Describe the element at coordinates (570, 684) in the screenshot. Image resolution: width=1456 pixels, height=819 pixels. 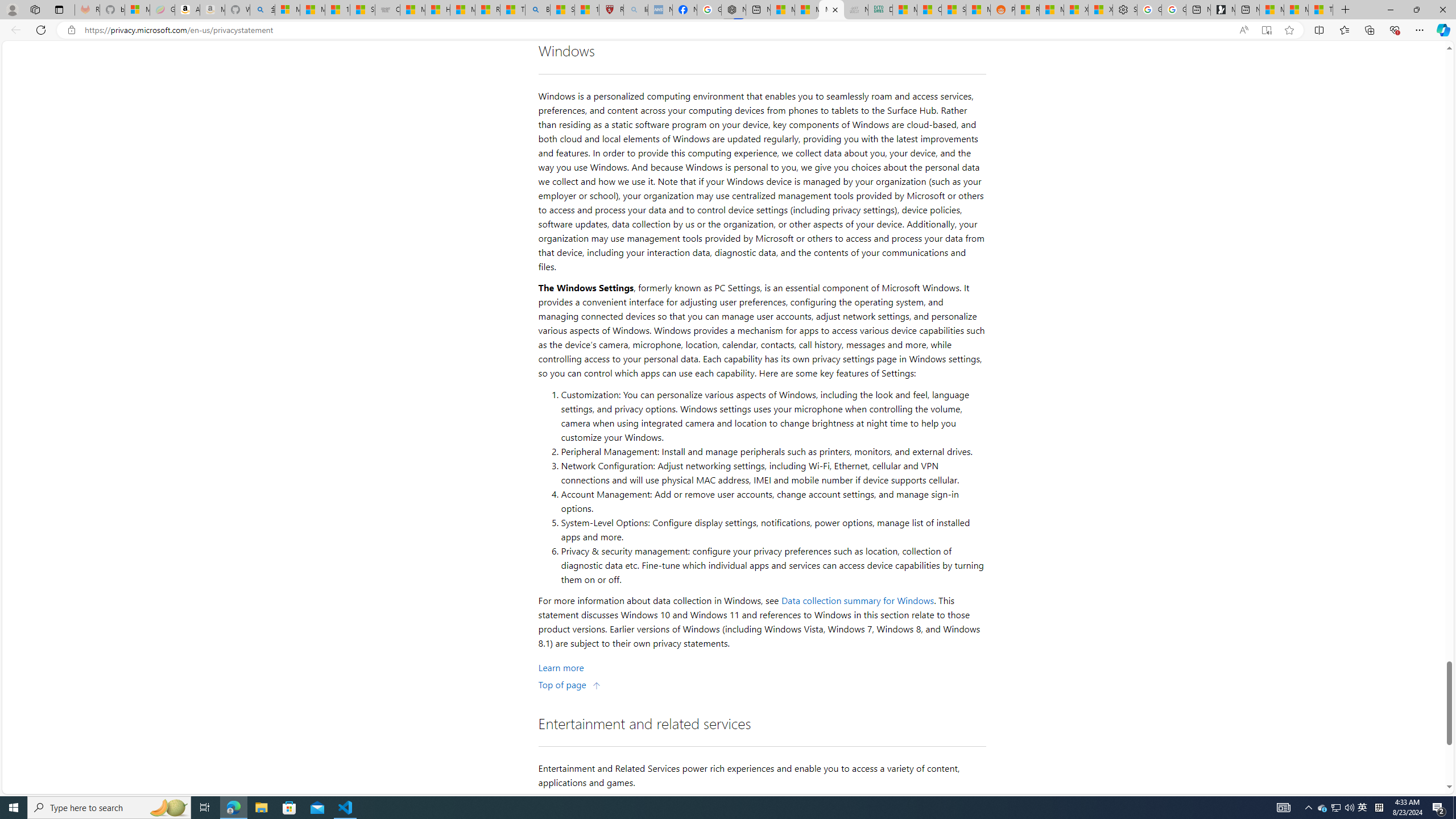
I see `'Top of page'` at that location.